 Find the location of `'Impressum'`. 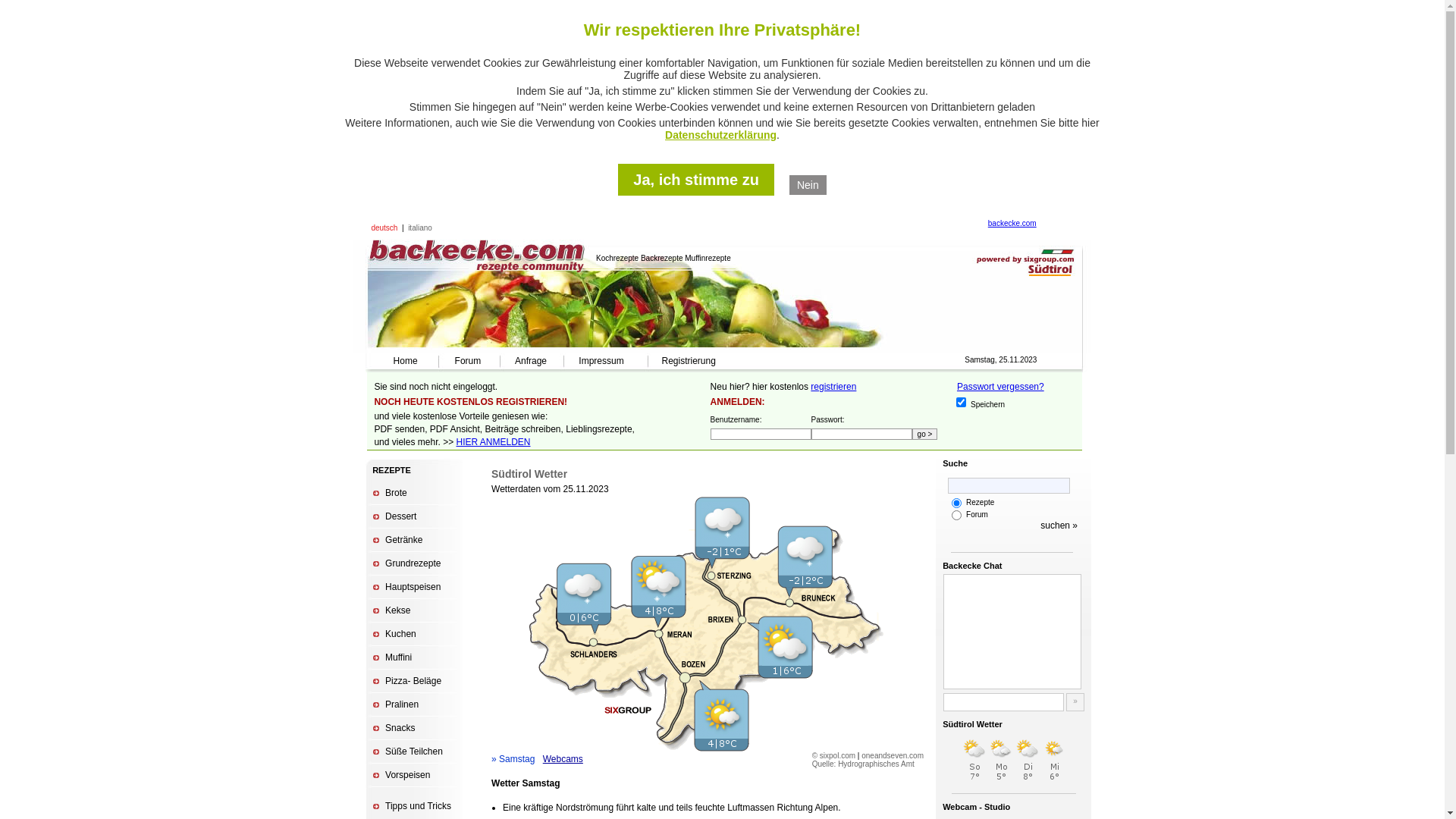

'Impressum' is located at coordinates (600, 360).